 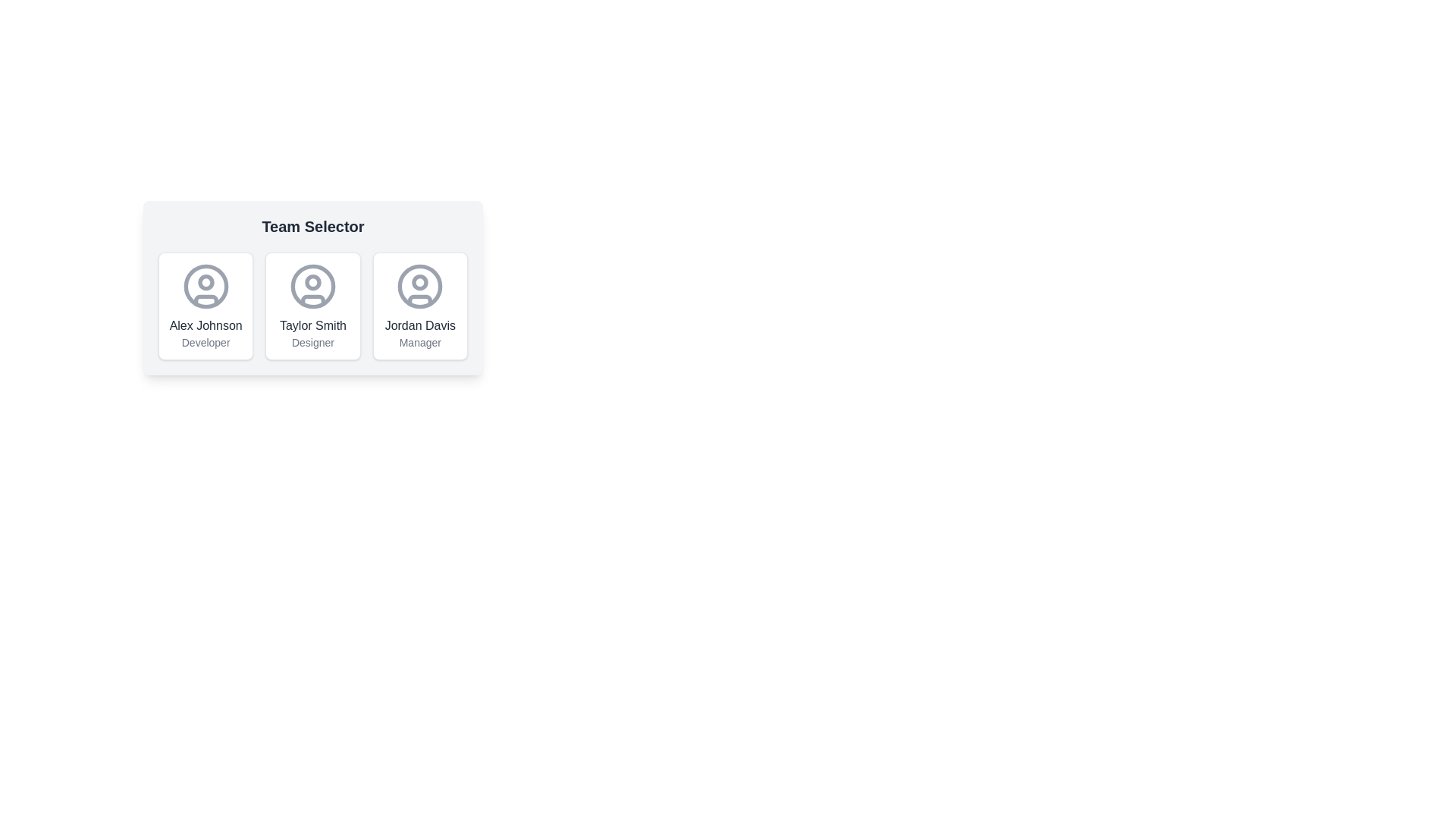 What do you see at coordinates (312, 325) in the screenshot?
I see `text label displaying 'Taylor Smith' located below the user icon and above 'Designer' in the Team Selector section` at bounding box center [312, 325].